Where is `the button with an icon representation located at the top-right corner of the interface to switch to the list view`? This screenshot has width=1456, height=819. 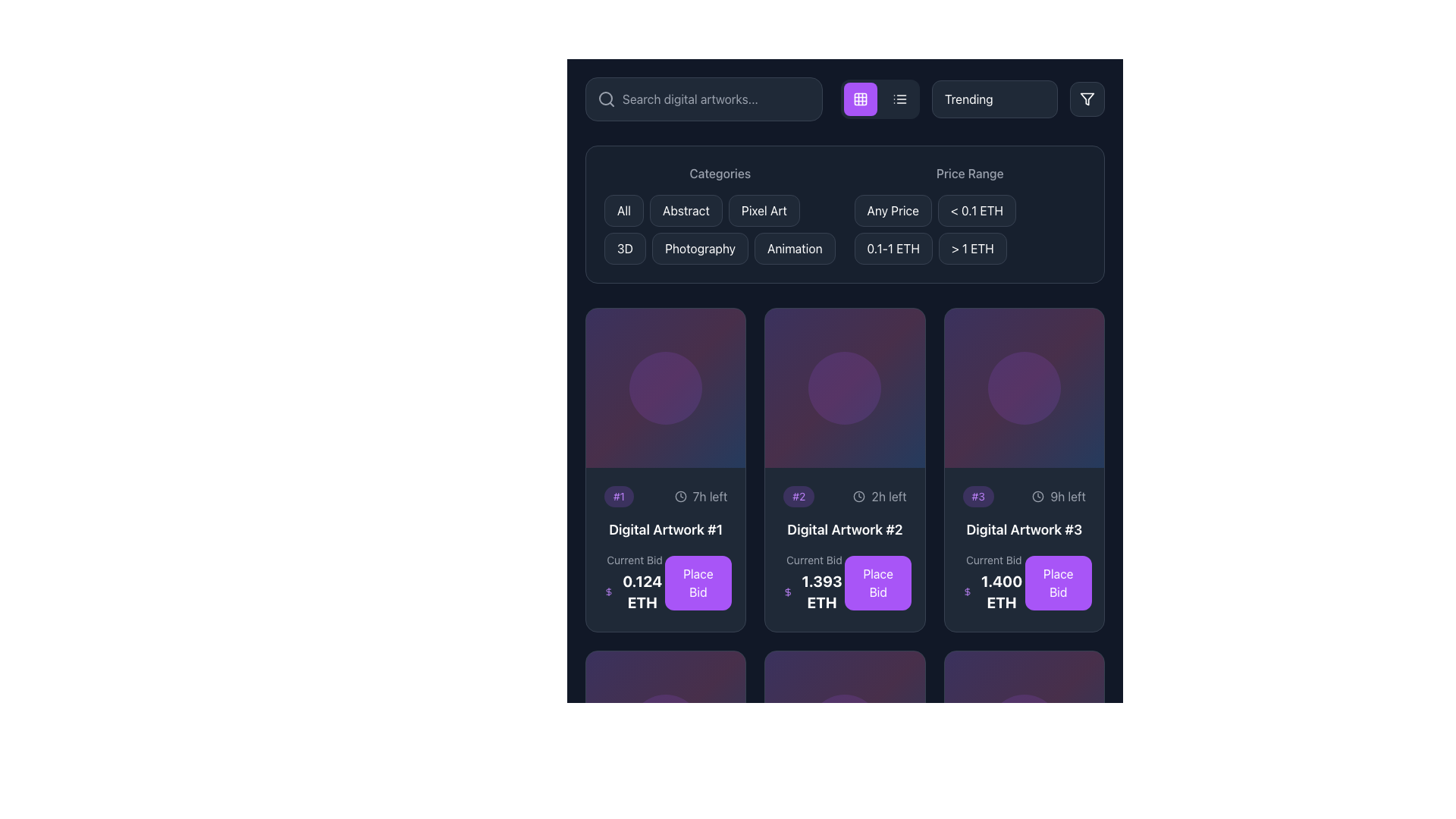
the button with an icon representation located at the top-right corner of the interface to switch to the list view is located at coordinates (899, 99).